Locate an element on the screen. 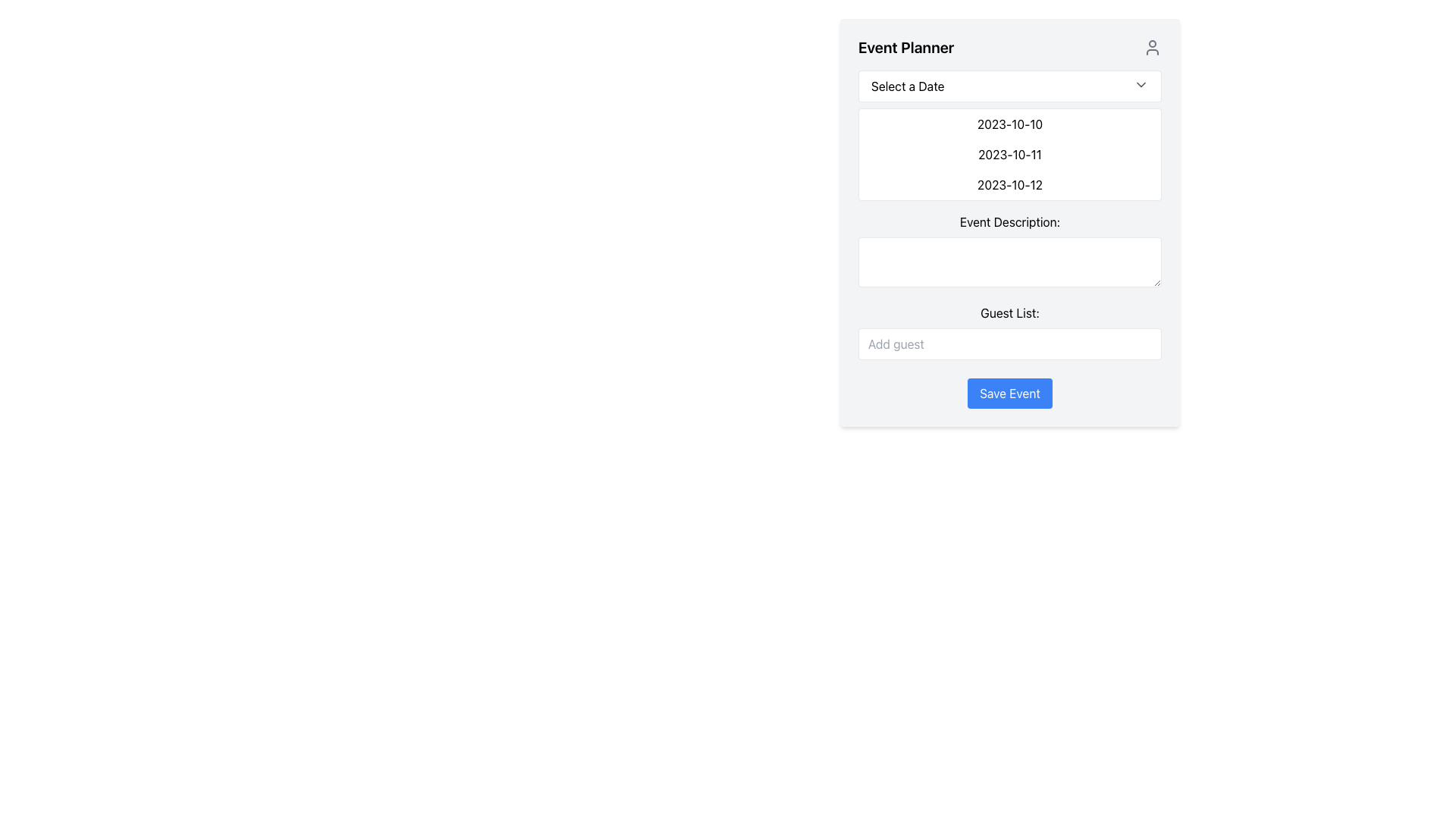 The image size is (1456, 819). the Dropdown menu for date selection located at the top of the 'Event Planner' form, which toggles the visibility of date options is located at coordinates (1009, 86).